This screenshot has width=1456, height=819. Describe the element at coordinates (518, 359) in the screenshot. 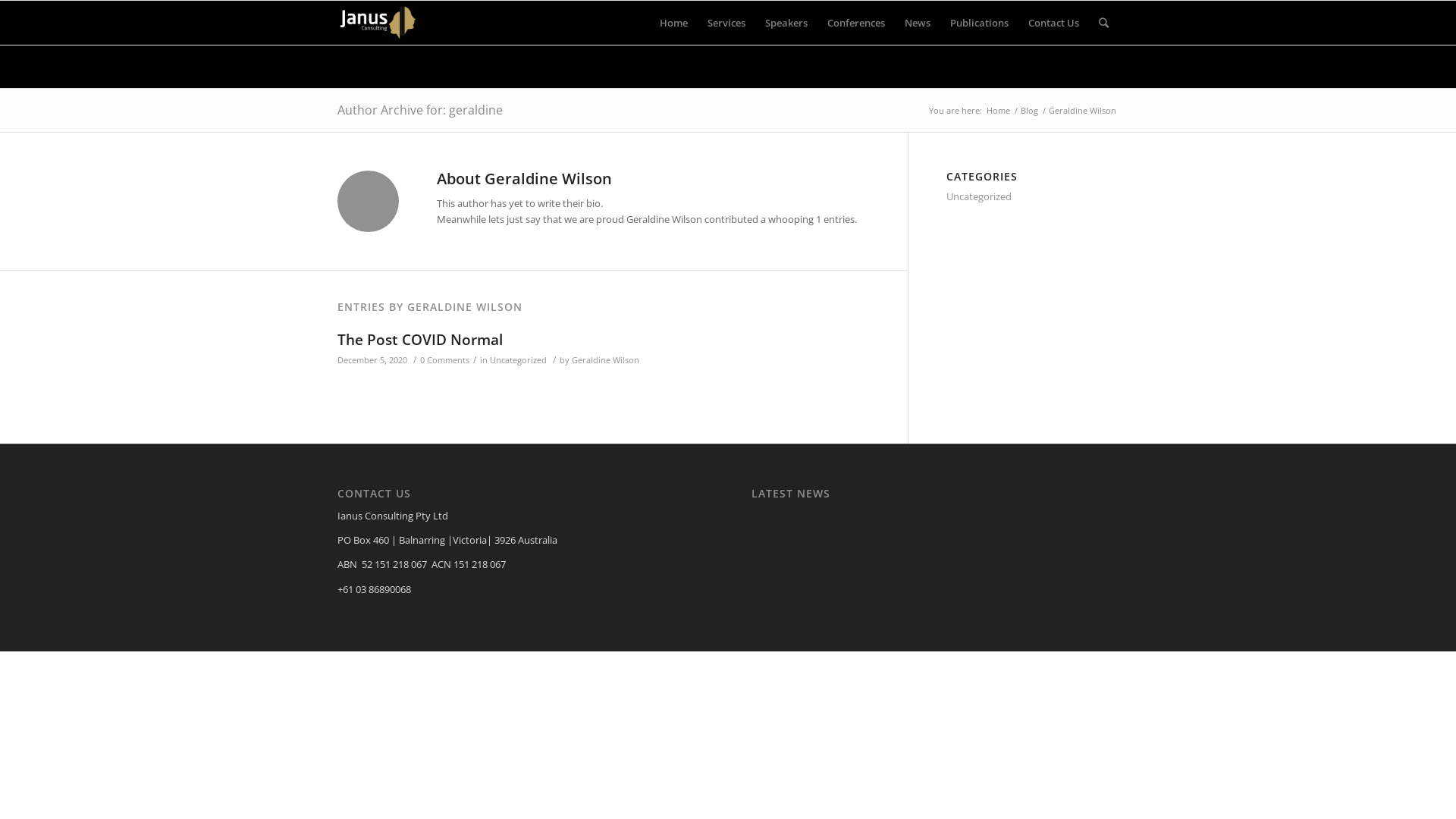

I see `'Uncategorized'` at that location.